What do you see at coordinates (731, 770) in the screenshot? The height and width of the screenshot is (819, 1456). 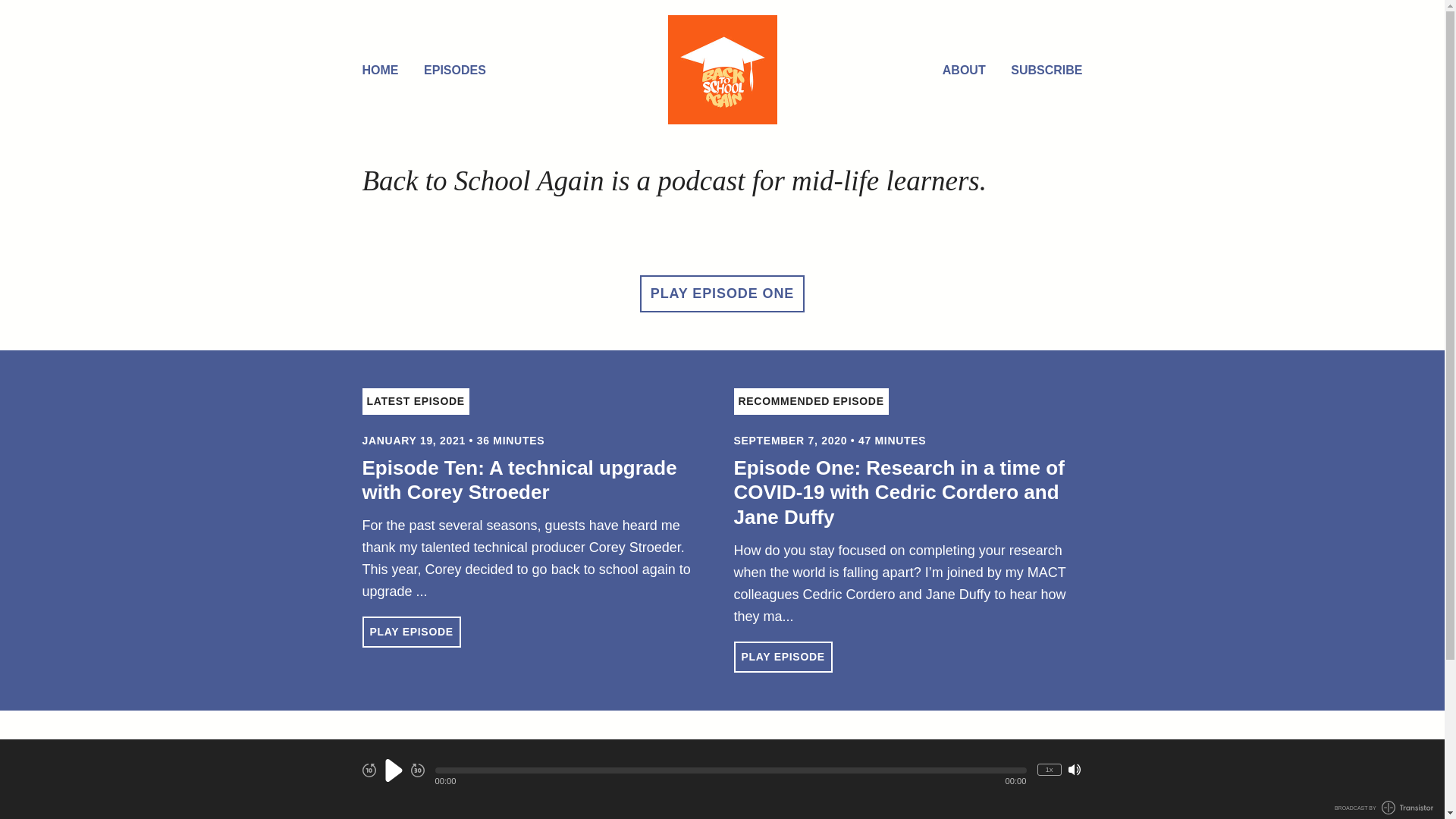 I see `'Seek within Episode'` at bounding box center [731, 770].